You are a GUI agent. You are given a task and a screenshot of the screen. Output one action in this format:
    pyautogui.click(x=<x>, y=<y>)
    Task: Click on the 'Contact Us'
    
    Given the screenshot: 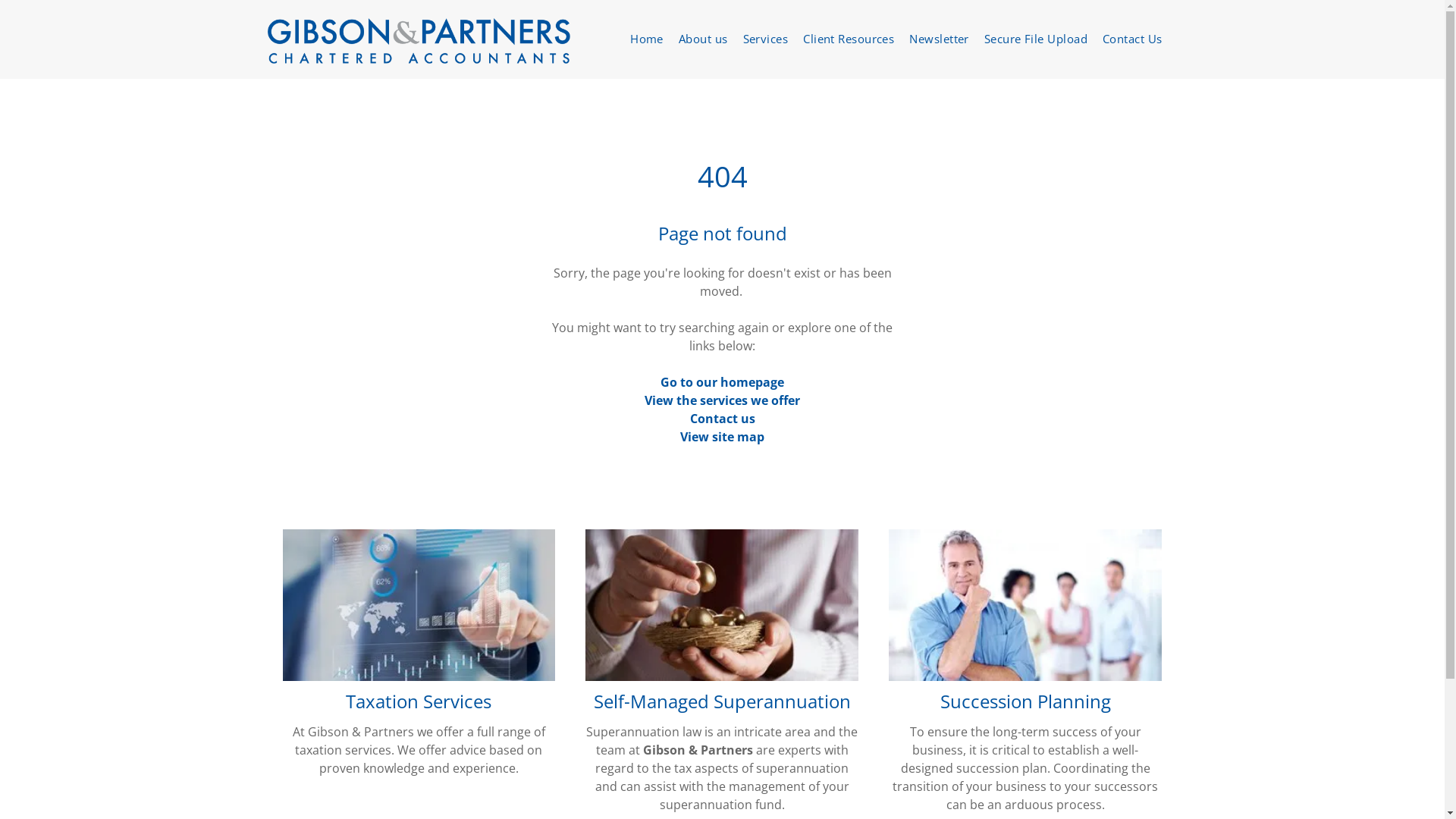 What is the action you would take?
    pyautogui.click(x=1132, y=38)
    